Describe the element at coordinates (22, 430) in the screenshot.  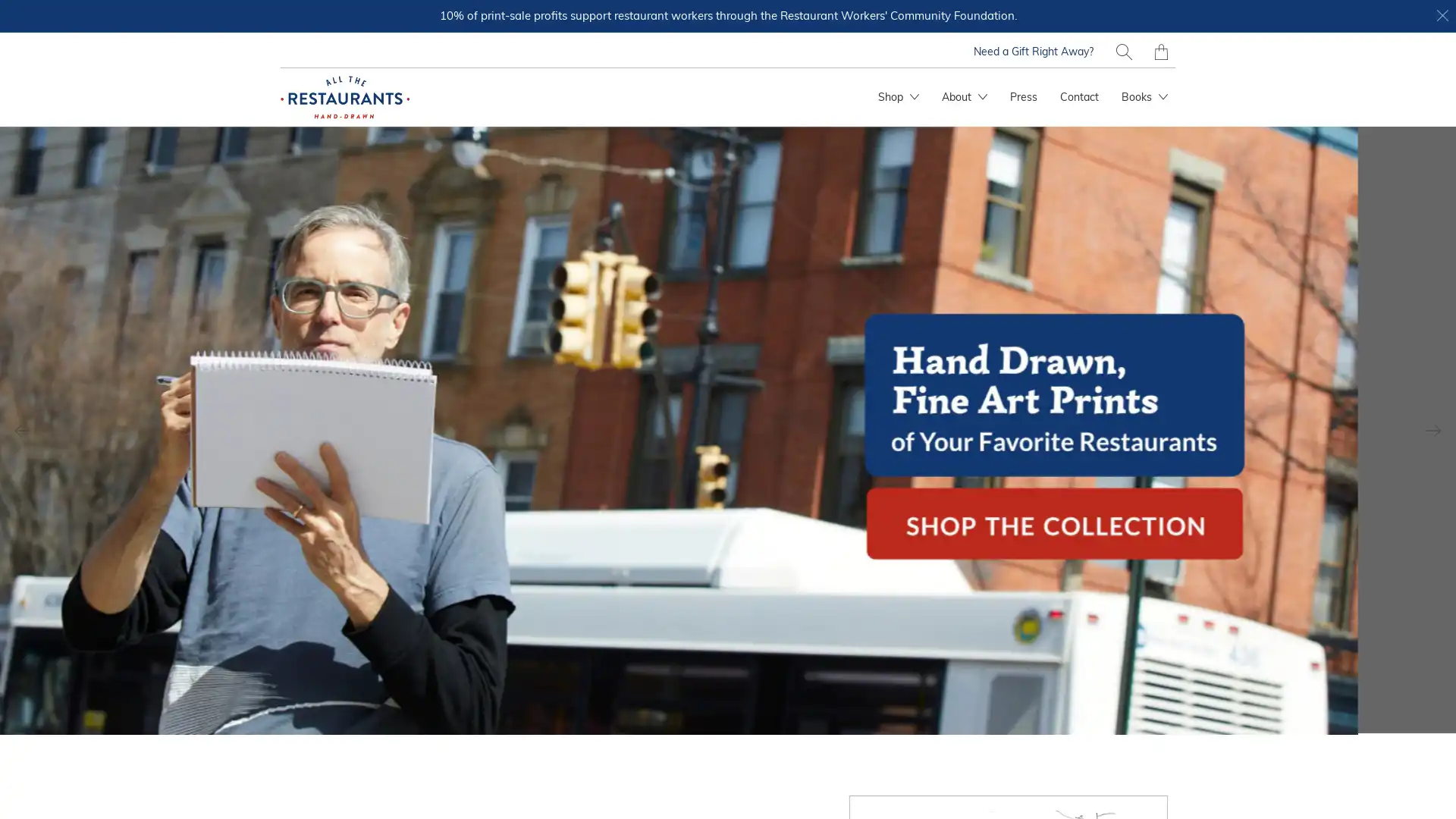
I see `Previous` at that location.